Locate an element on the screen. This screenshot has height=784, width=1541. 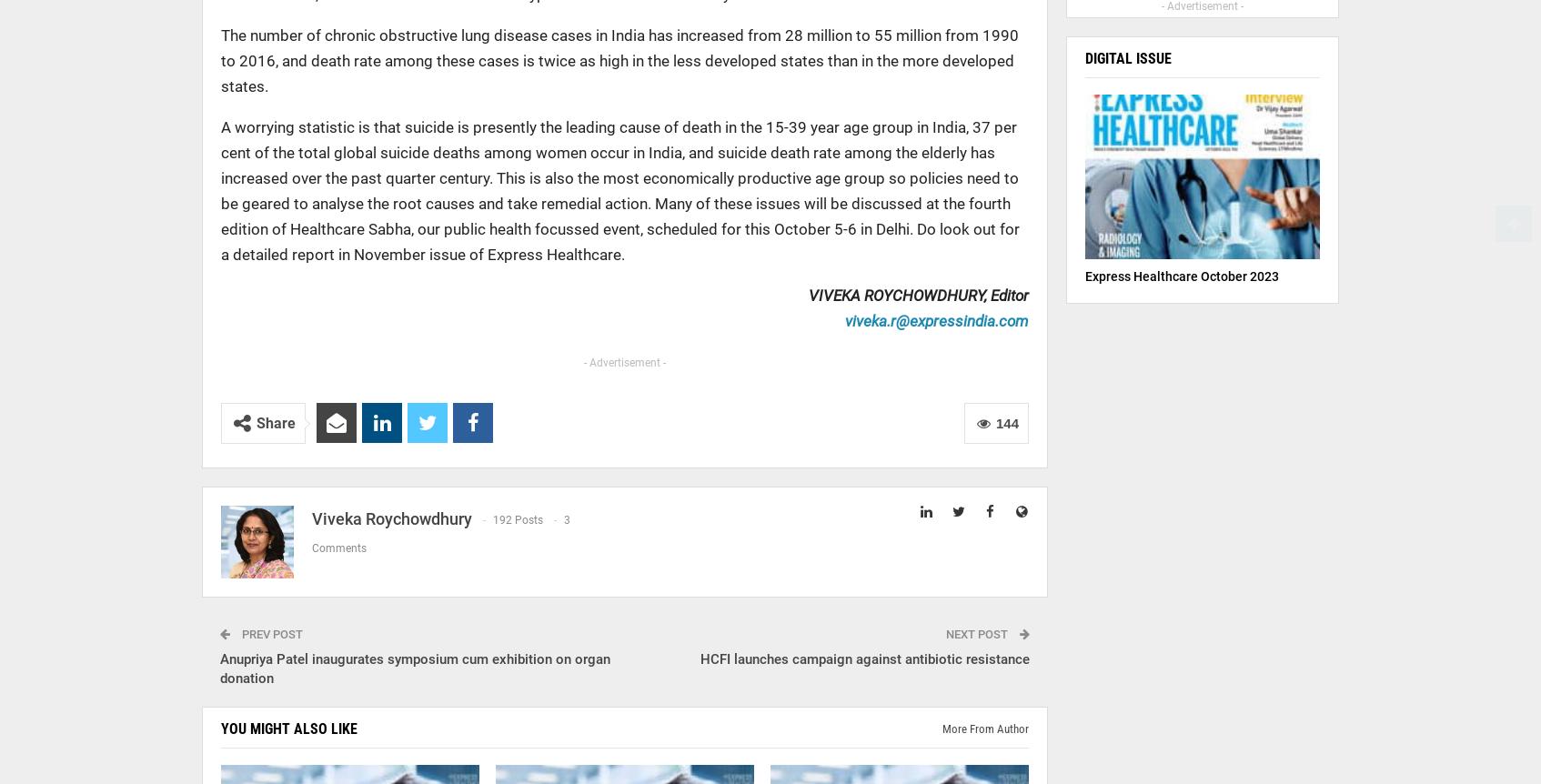
'The number of chronic obstructive lung disease cases in India has increased from 28 million to 55 million from 1990 to 2016, and death rate among these cases is twice as high in the less developed states than in the more developed states.' is located at coordinates (619, 60).